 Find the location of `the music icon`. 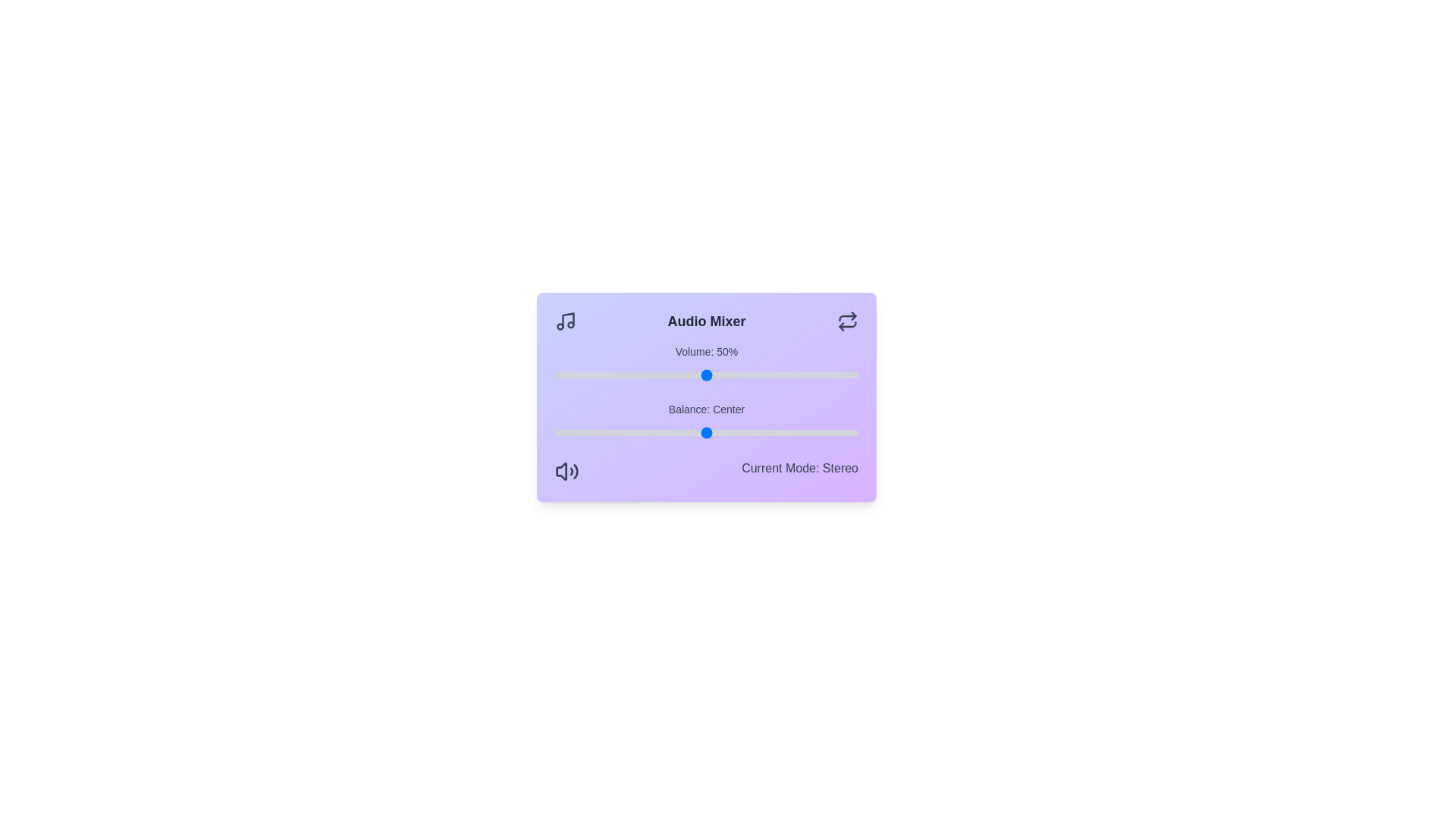

the music icon is located at coordinates (564, 321).